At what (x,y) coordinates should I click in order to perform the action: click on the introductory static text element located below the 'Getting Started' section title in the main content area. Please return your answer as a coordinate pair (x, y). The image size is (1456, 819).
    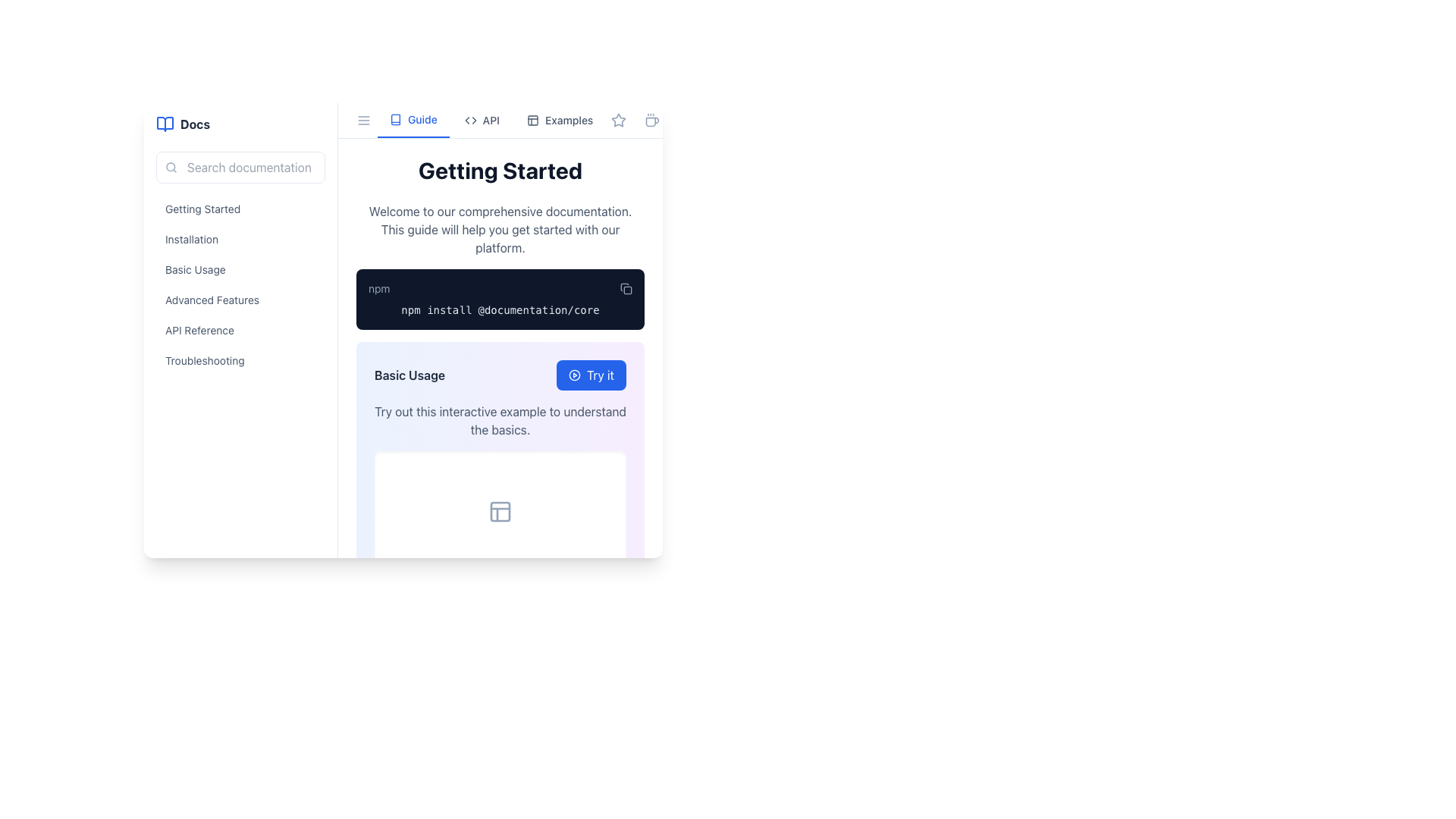
    Looking at the image, I should click on (500, 230).